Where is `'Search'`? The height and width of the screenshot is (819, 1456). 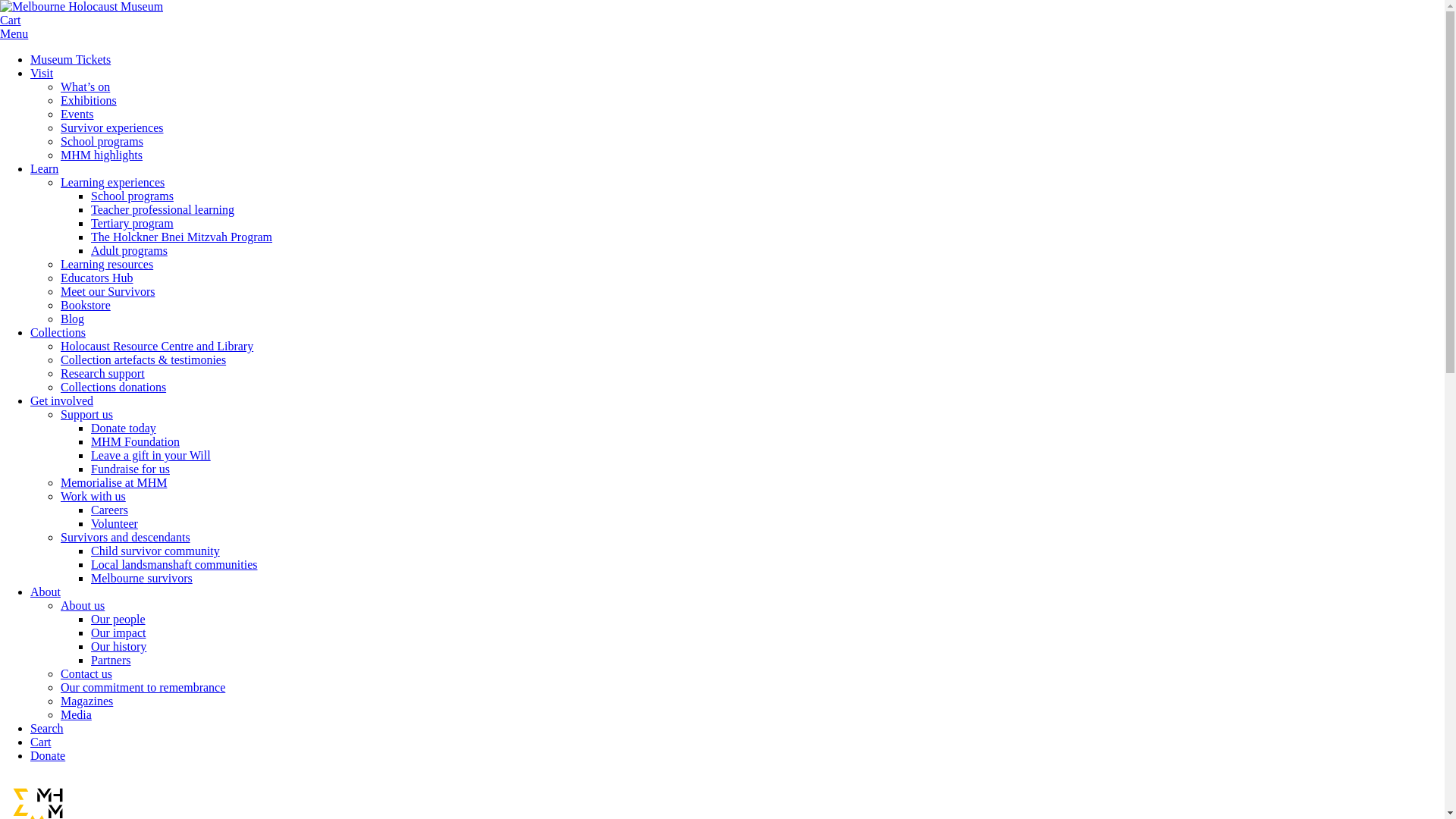
'Search' is located at coordinates (47, 727).